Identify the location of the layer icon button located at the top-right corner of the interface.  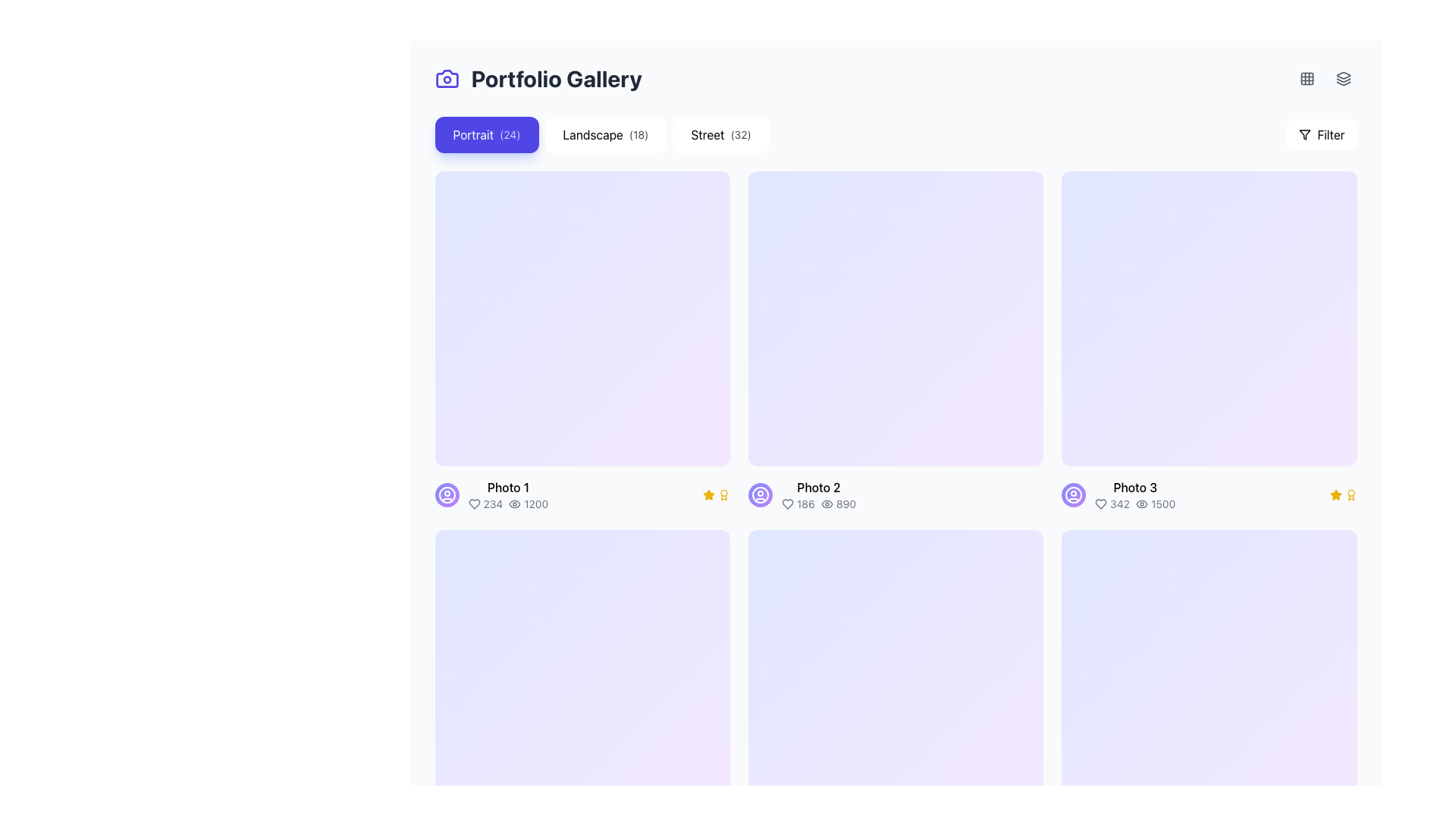
(1343, 79).